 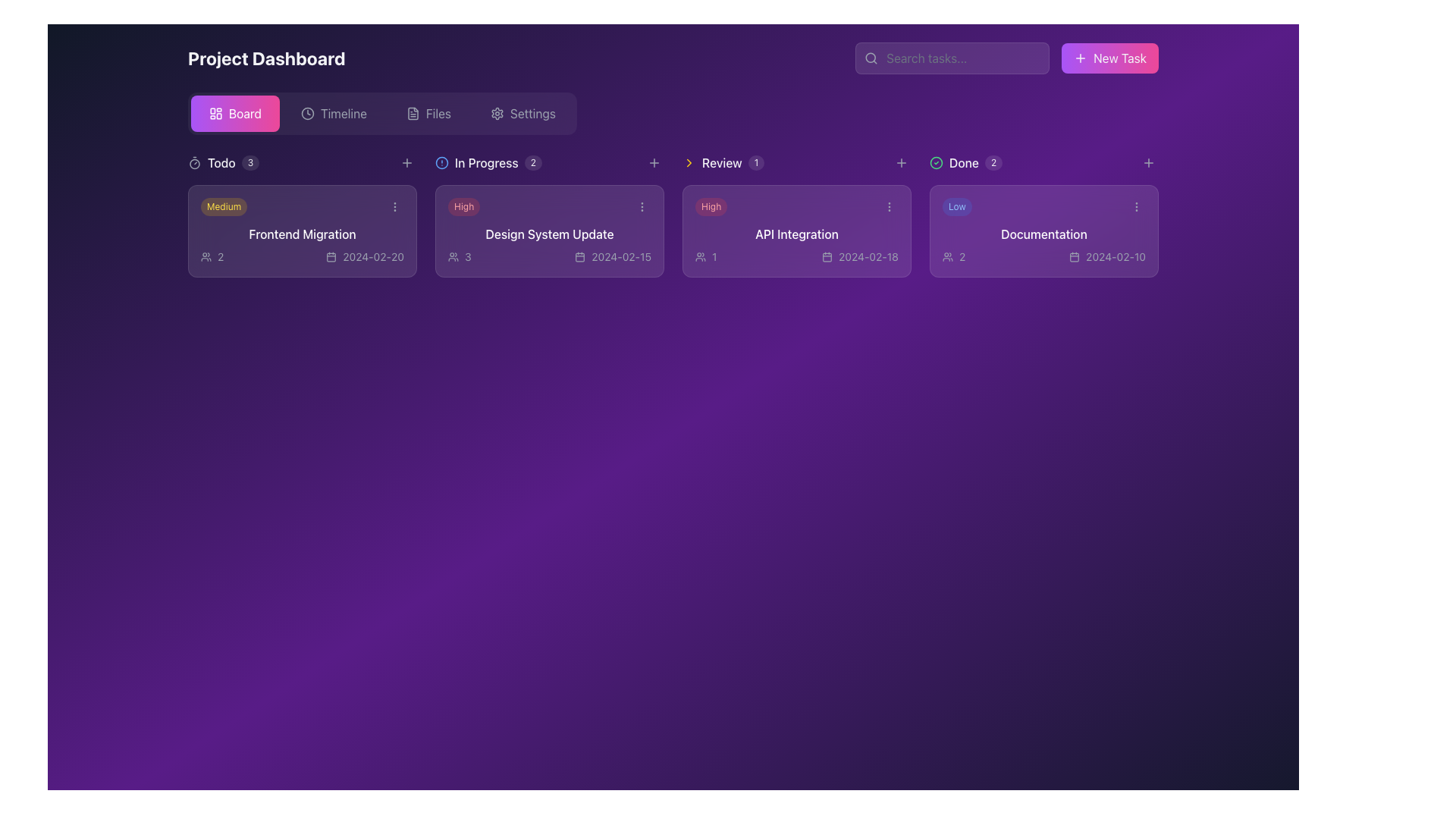 I want to click on the label with an icon and text indicating the count of users involved in the task on the 'Documentation' card located in the 'Done' column, so click(x=952, y=256).